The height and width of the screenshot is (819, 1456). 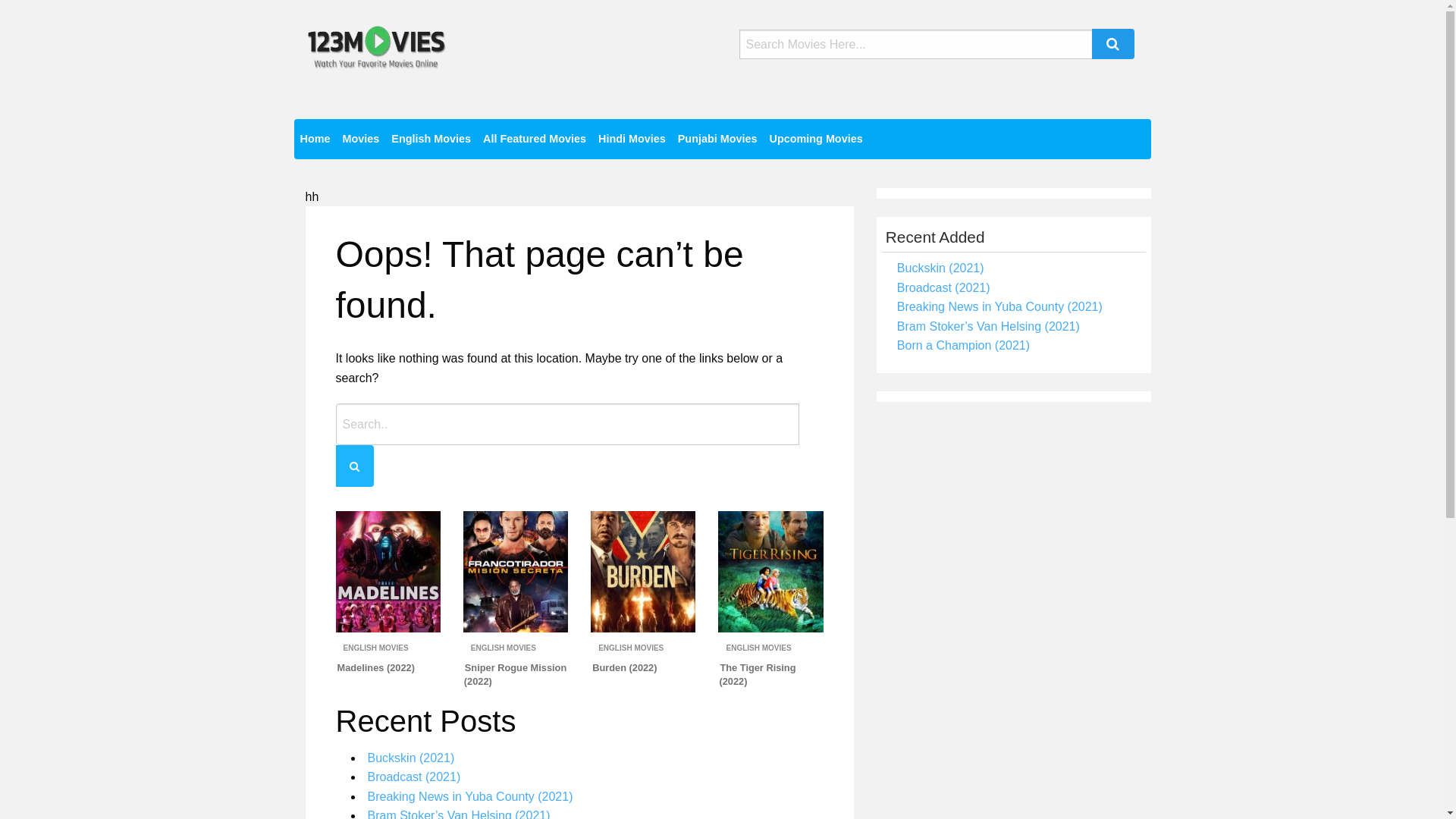 What do you see at coordinates (375, 667) in the screenshot?
I see `'Madelines (2022)'` at bounding box center [375, 667].